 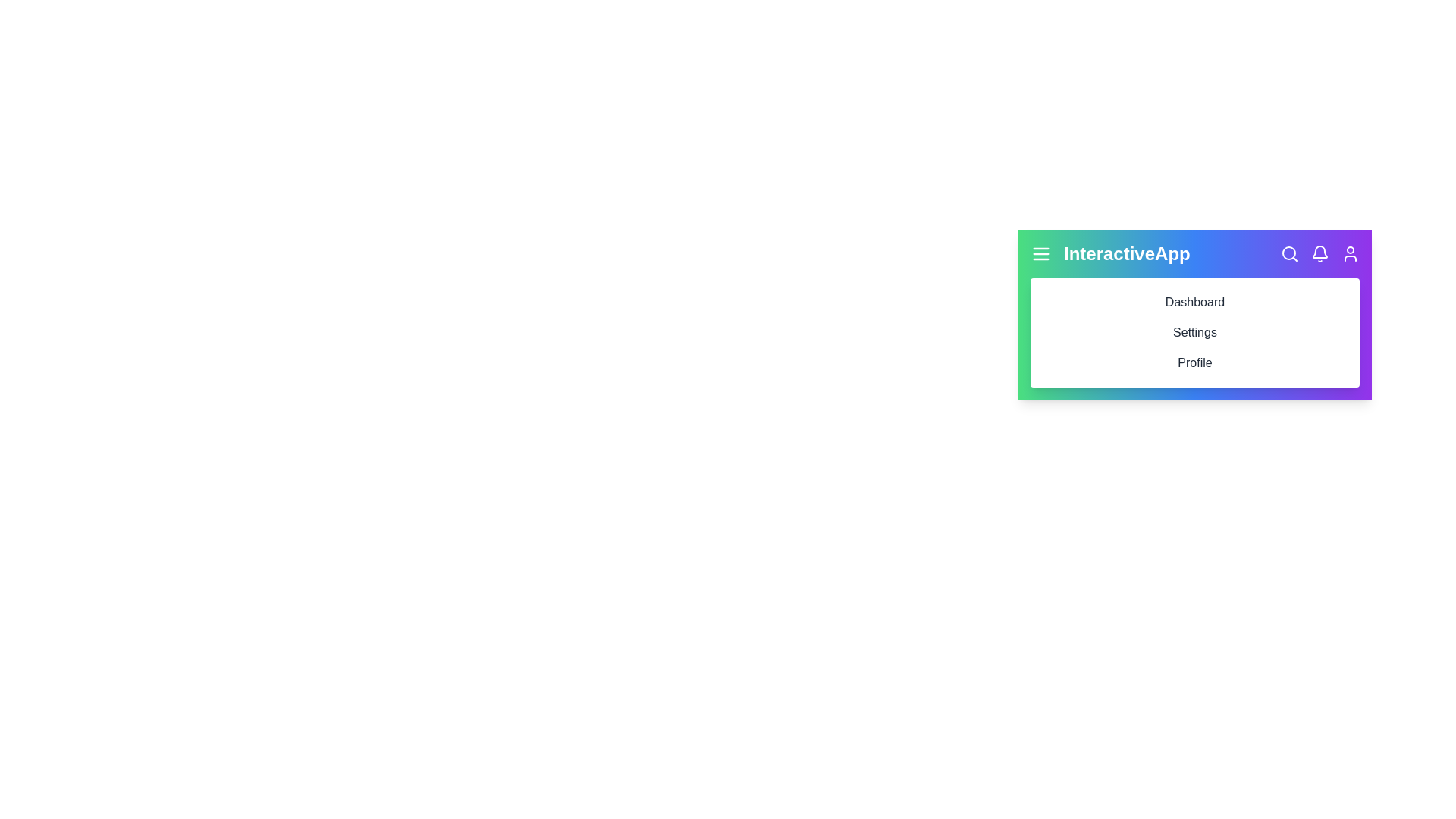 I want to click on the search icon to toggle the search feature, so click(x=1288, y=253).